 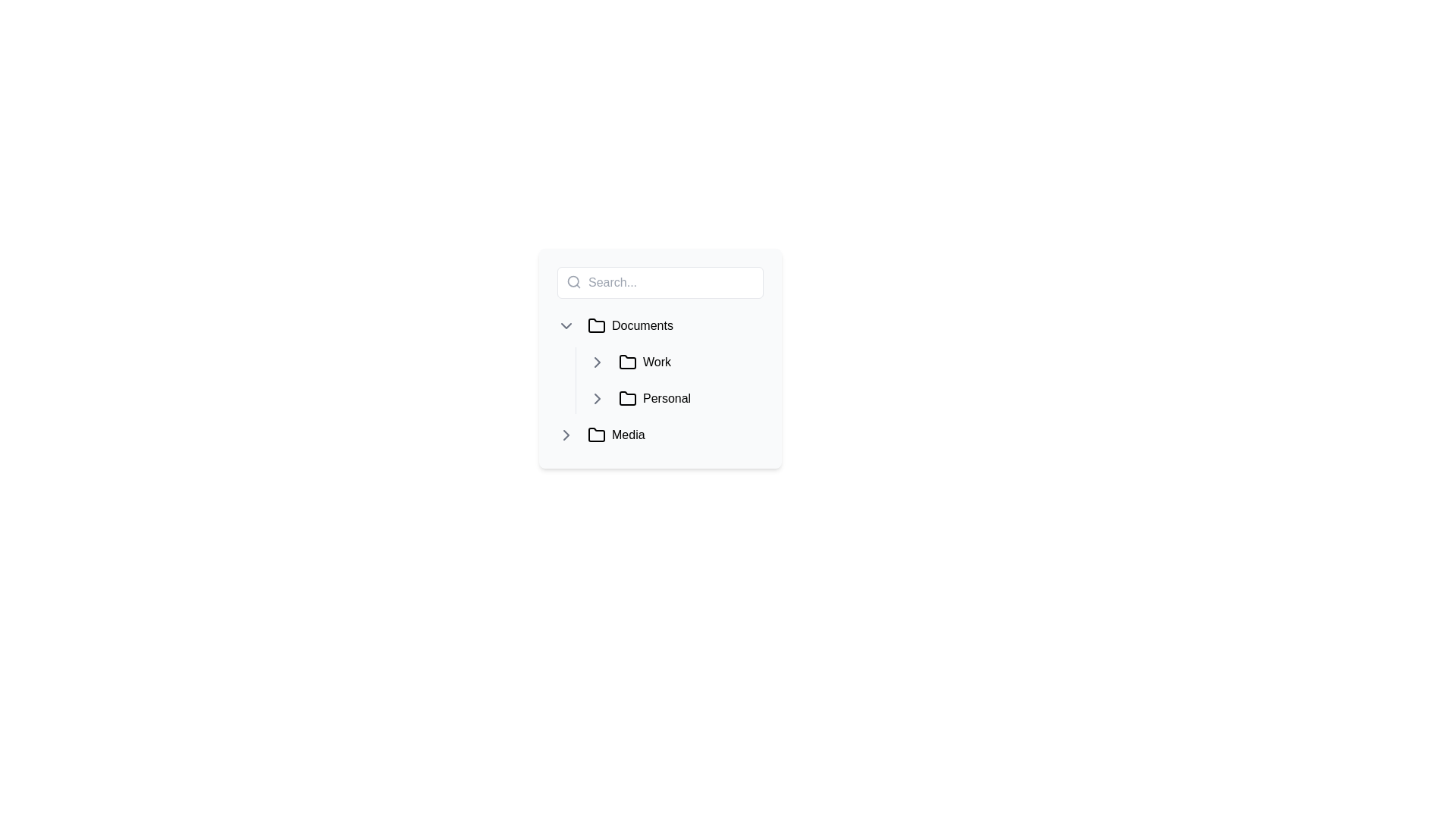 What do you see at coordinates (687, 397) in the screenshot?
I see `the 'Personal' folder item in the navigational tree structure, located beneath the 'Documents' heading and above the 'Media' section` at bounding box center [687, 397].